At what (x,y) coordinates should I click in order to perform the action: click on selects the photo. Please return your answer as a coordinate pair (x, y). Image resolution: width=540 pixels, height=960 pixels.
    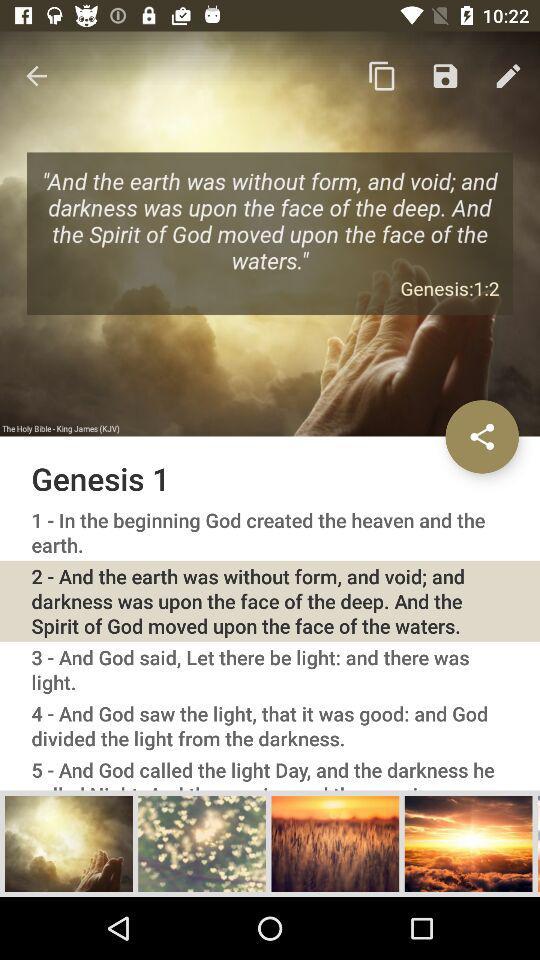
    Looking at the image, I should click on (468, 842).